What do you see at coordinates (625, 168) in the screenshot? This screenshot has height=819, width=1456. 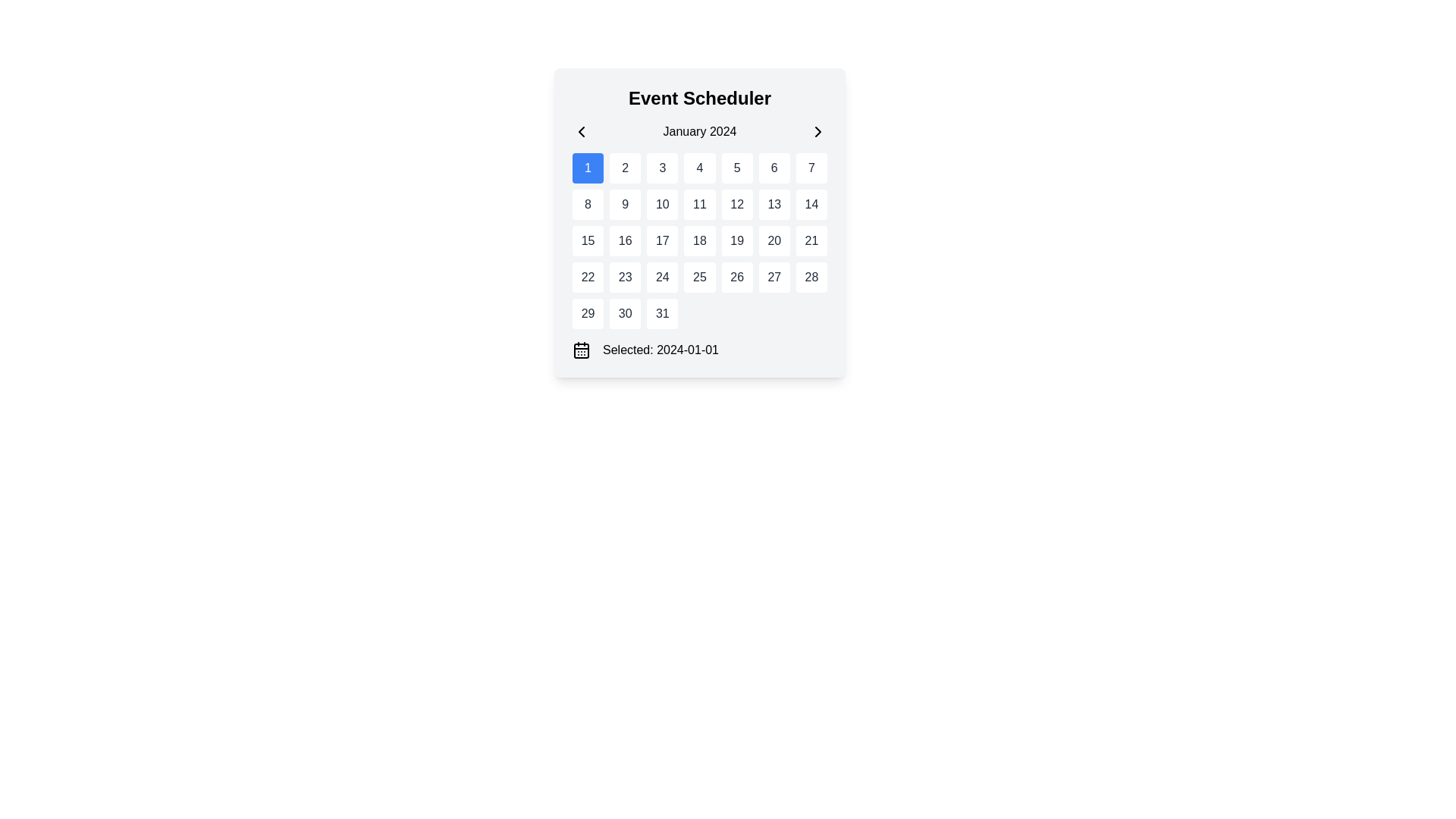 I see `the selectable day button representing the number '2' in the calendar interface` at bounding box center [625, 168].